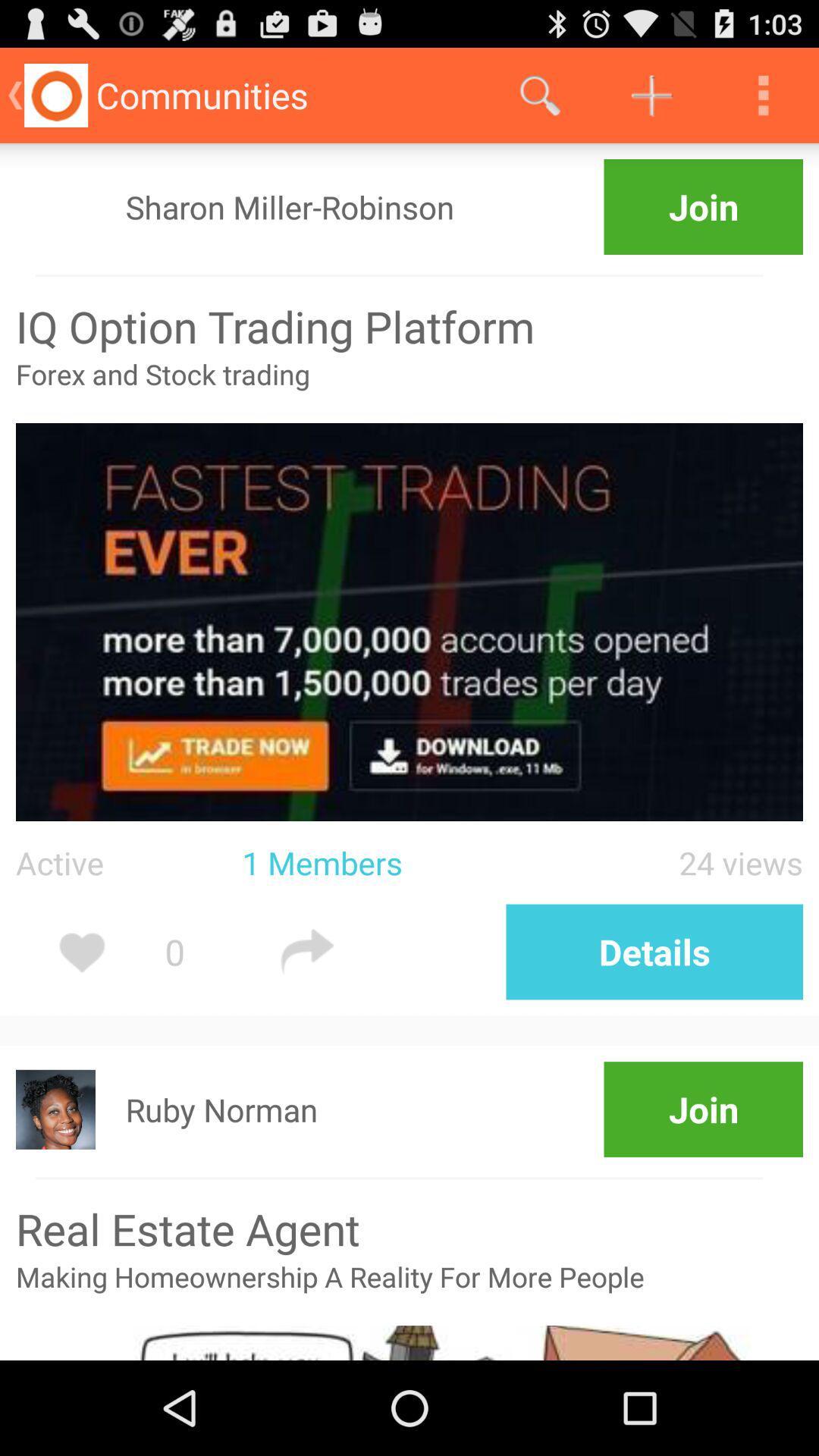  I want to click on app below the real estate agent icon, so click(409, 1291).